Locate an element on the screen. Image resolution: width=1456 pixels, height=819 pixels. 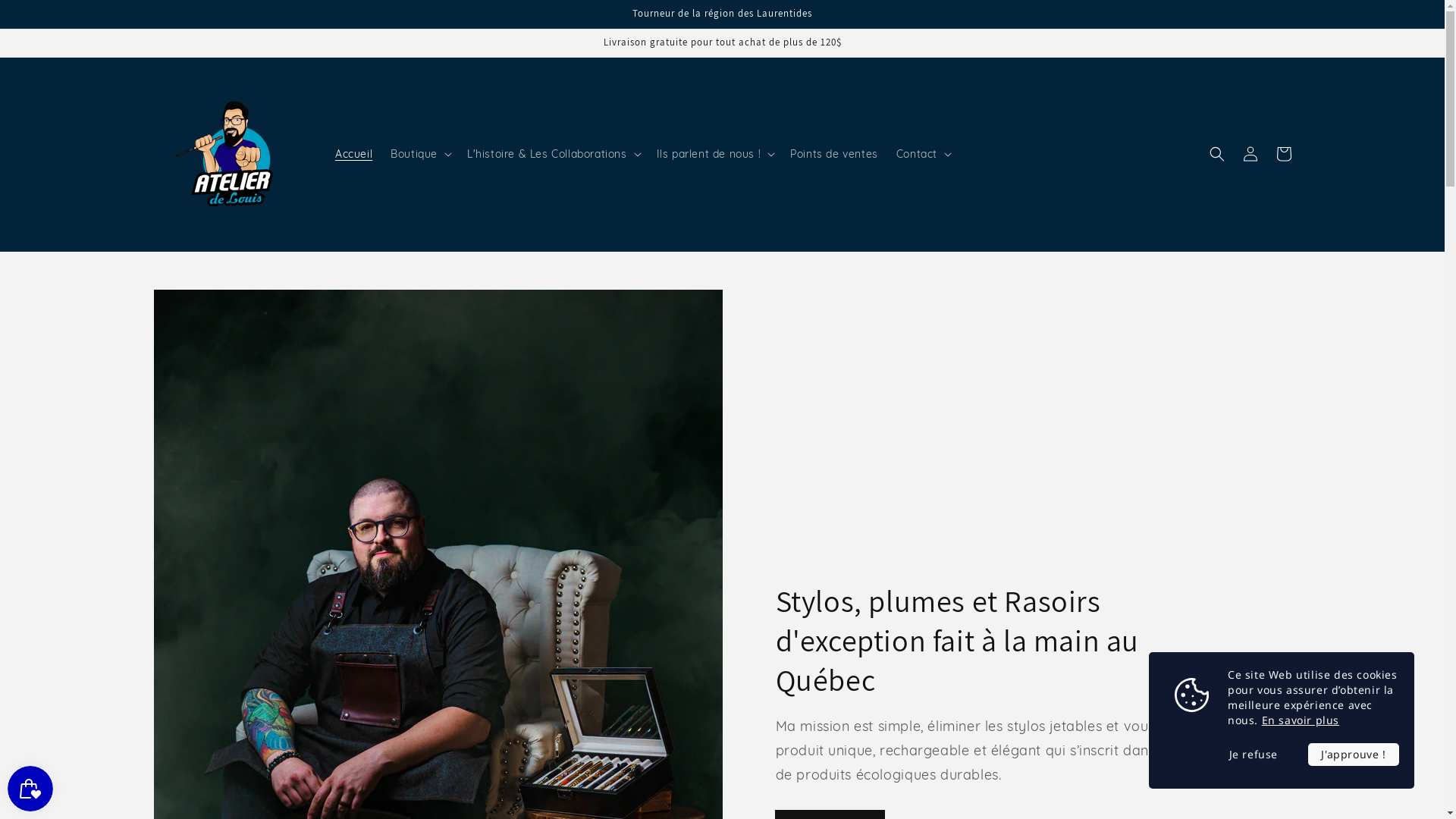
'En savoir plus' is located at coordinates (1299, 719).